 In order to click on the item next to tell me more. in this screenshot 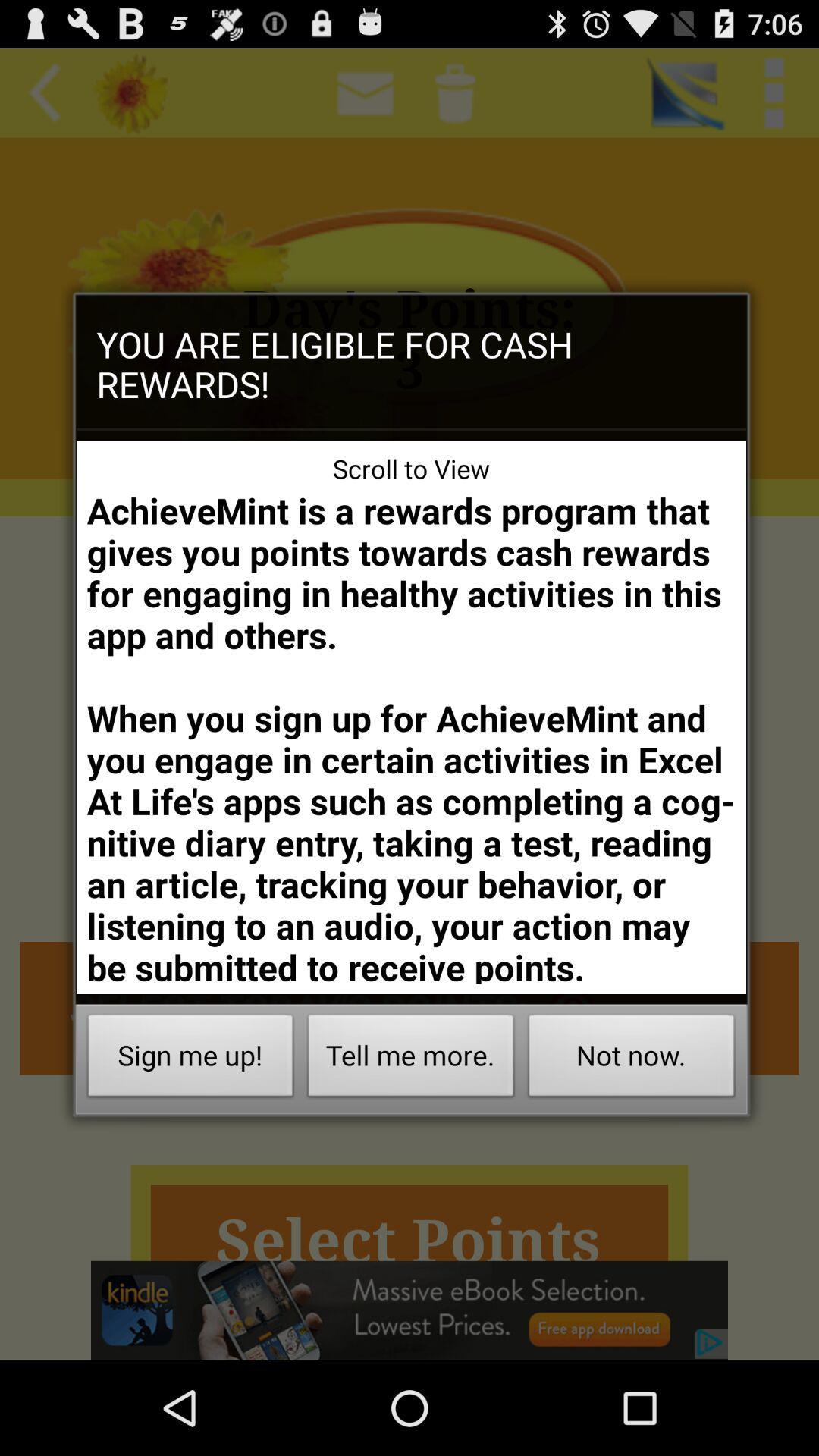, I will do `click(632, 1059)`.